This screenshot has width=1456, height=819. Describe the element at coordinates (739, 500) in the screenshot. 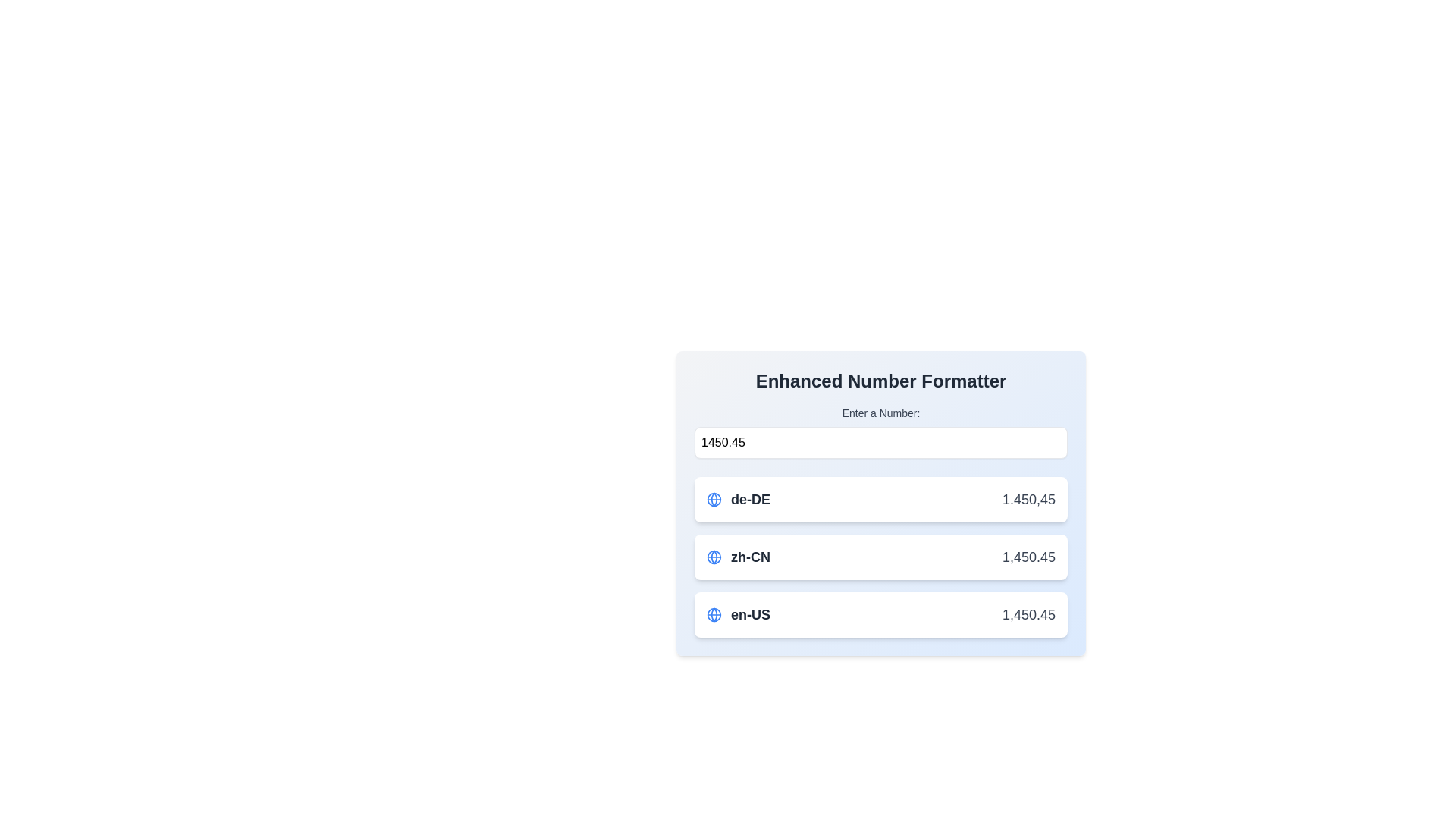

I see `the locale selection label/icon for 'de-DE' (German-Germany), which is the first item in a vertical list of locale options with a white background and rounded corners, located next to a numerical value` at that location.